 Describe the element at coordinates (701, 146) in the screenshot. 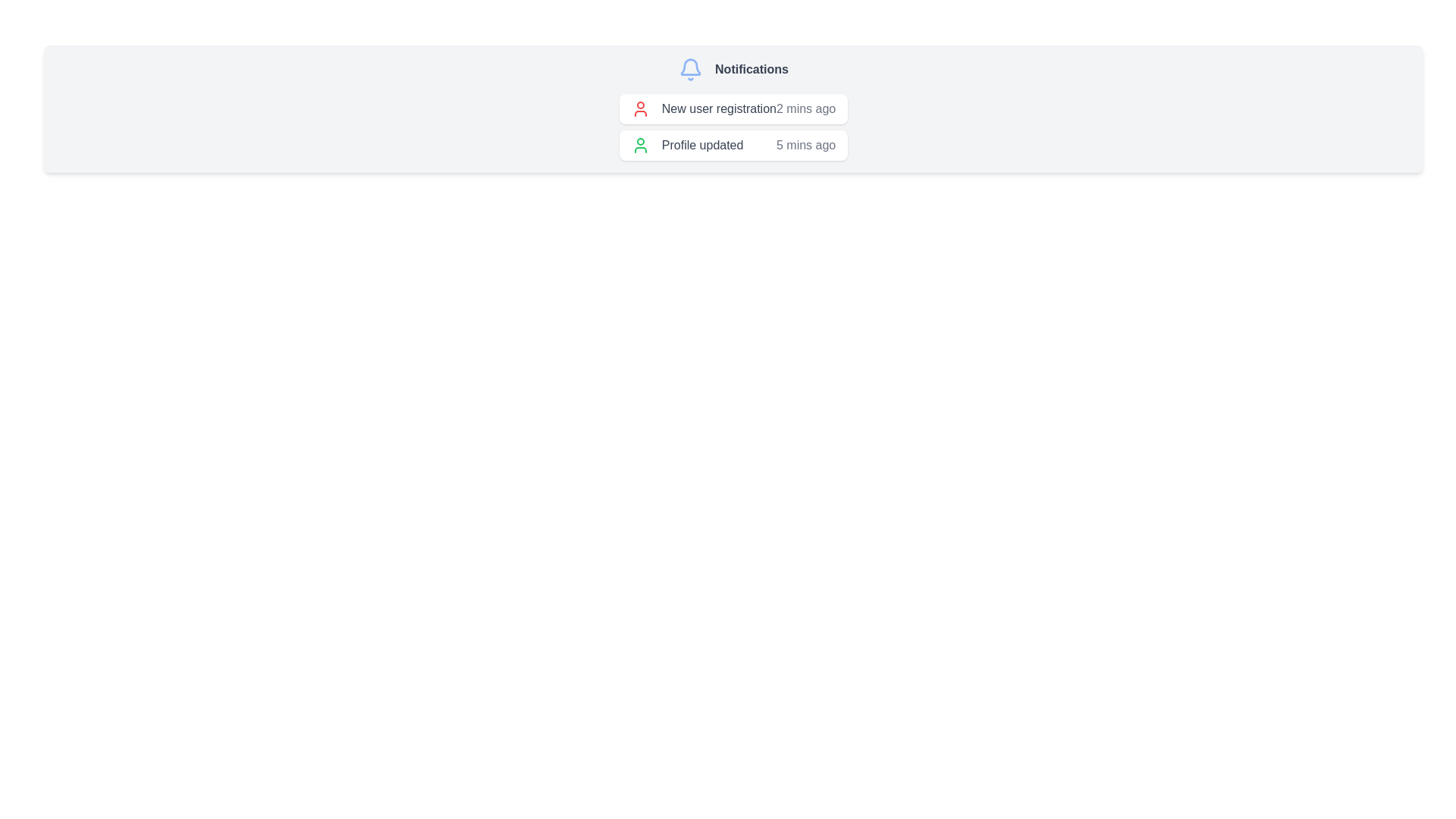

I see `the message displayed in the text label that reads 'Profile updated' on the second notification card in the notification panel` at that location.